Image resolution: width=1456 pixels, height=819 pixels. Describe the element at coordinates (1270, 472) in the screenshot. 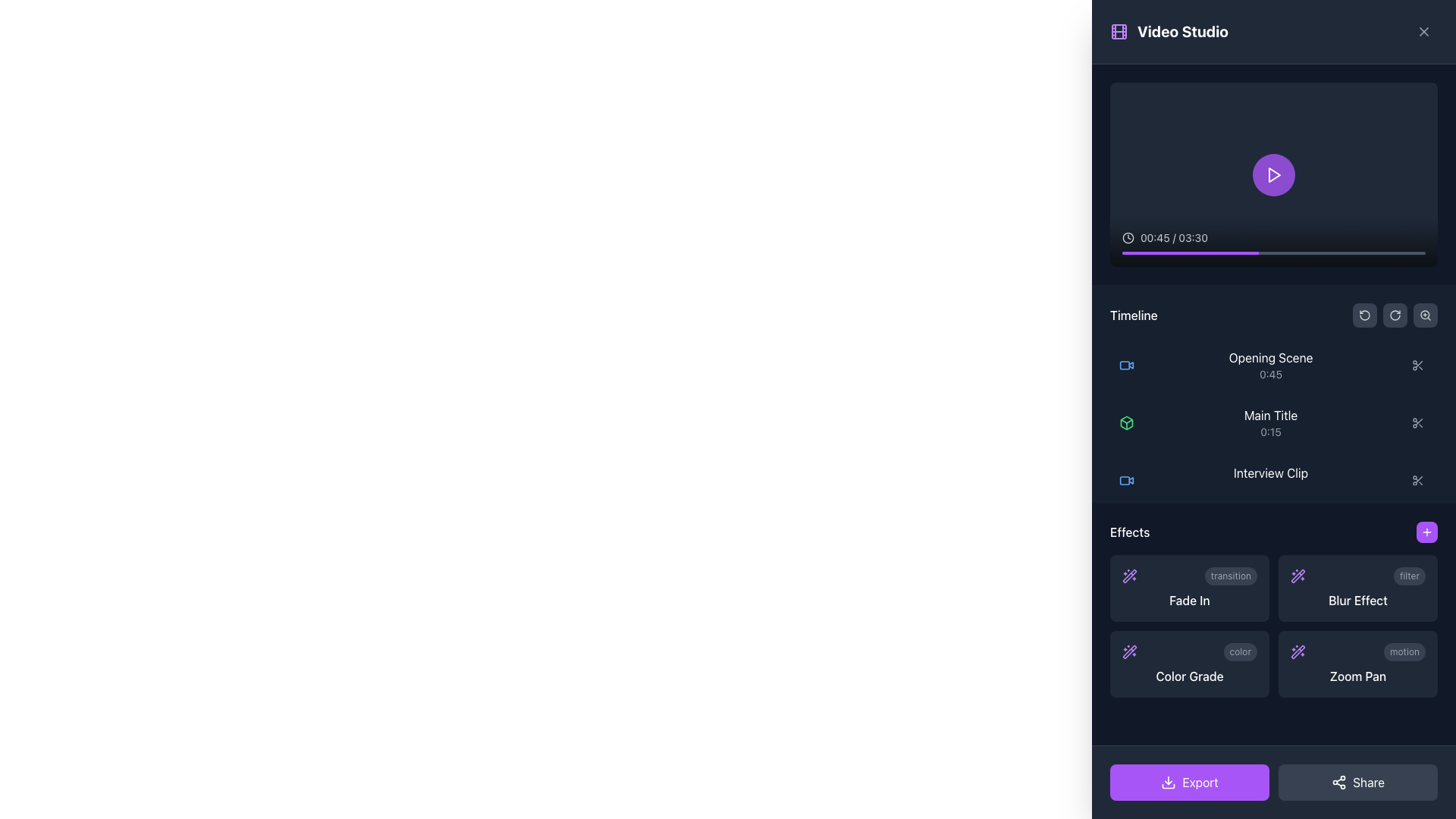

I see `the left-aligned text label in the 'Timeline' section under the 'Main Title' entry` at that location.